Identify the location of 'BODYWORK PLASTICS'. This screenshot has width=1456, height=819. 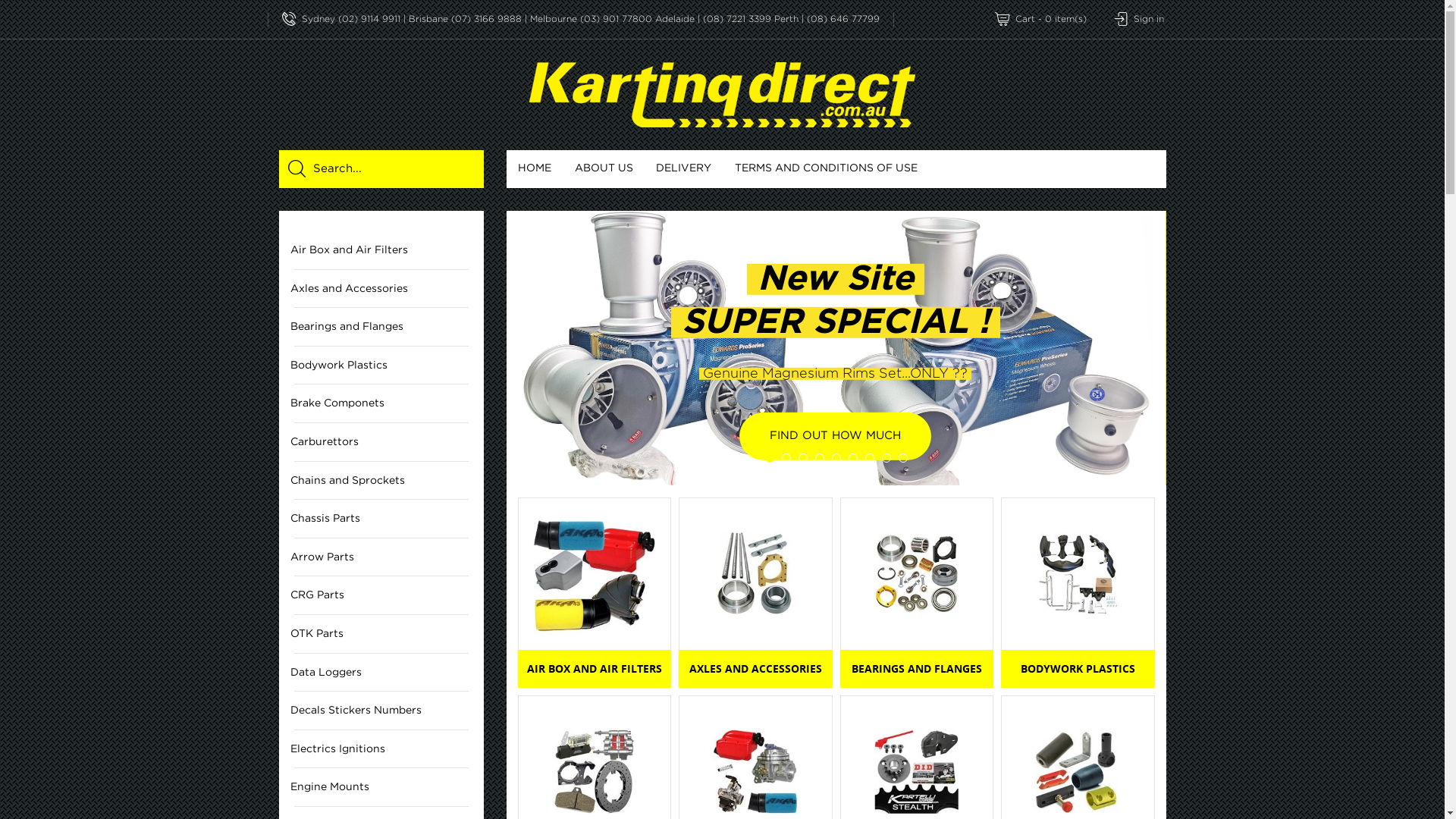
(1077, 668).